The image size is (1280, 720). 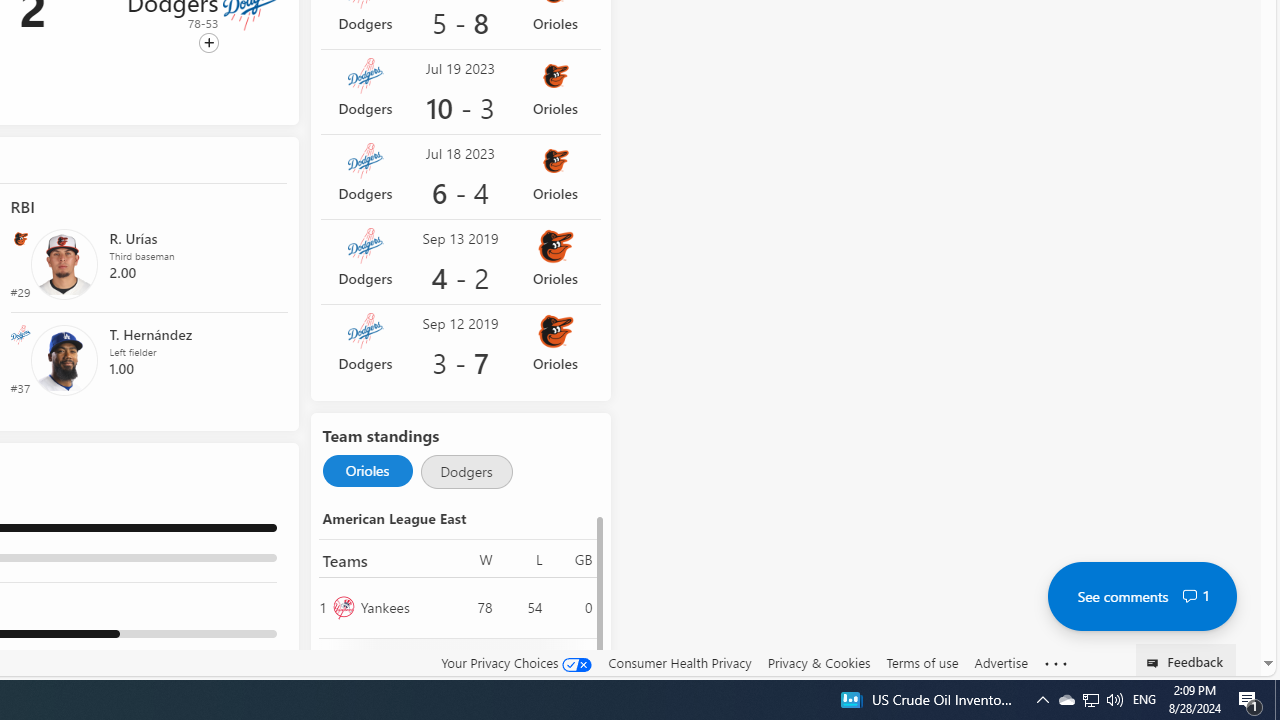 I want to click on 'Class: oneFooter_seeMore-DS-EntryPoint1-1', so click(x=1055, y=663).